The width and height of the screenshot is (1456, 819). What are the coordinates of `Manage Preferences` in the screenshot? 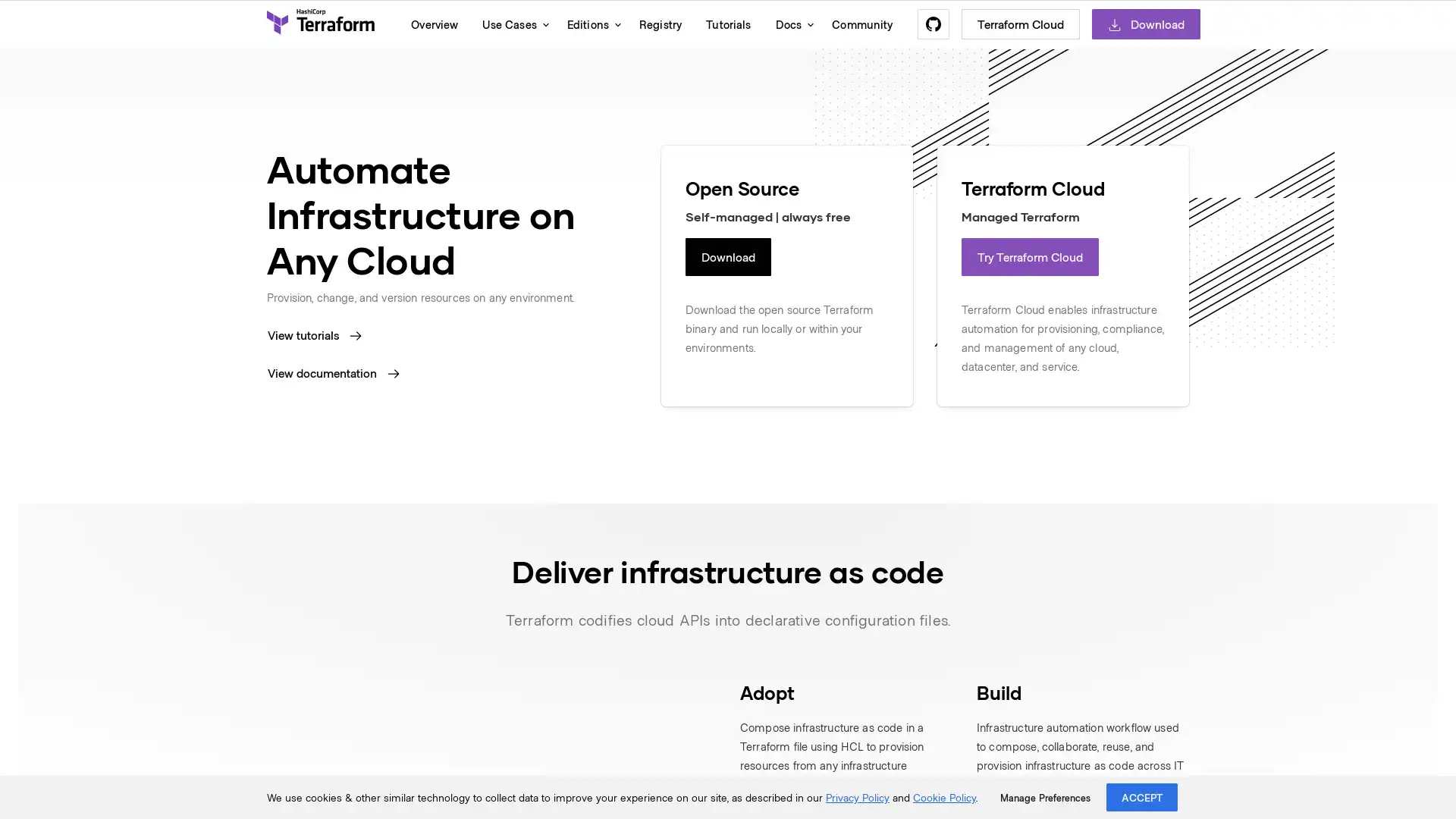 It's located at (1044, 797).